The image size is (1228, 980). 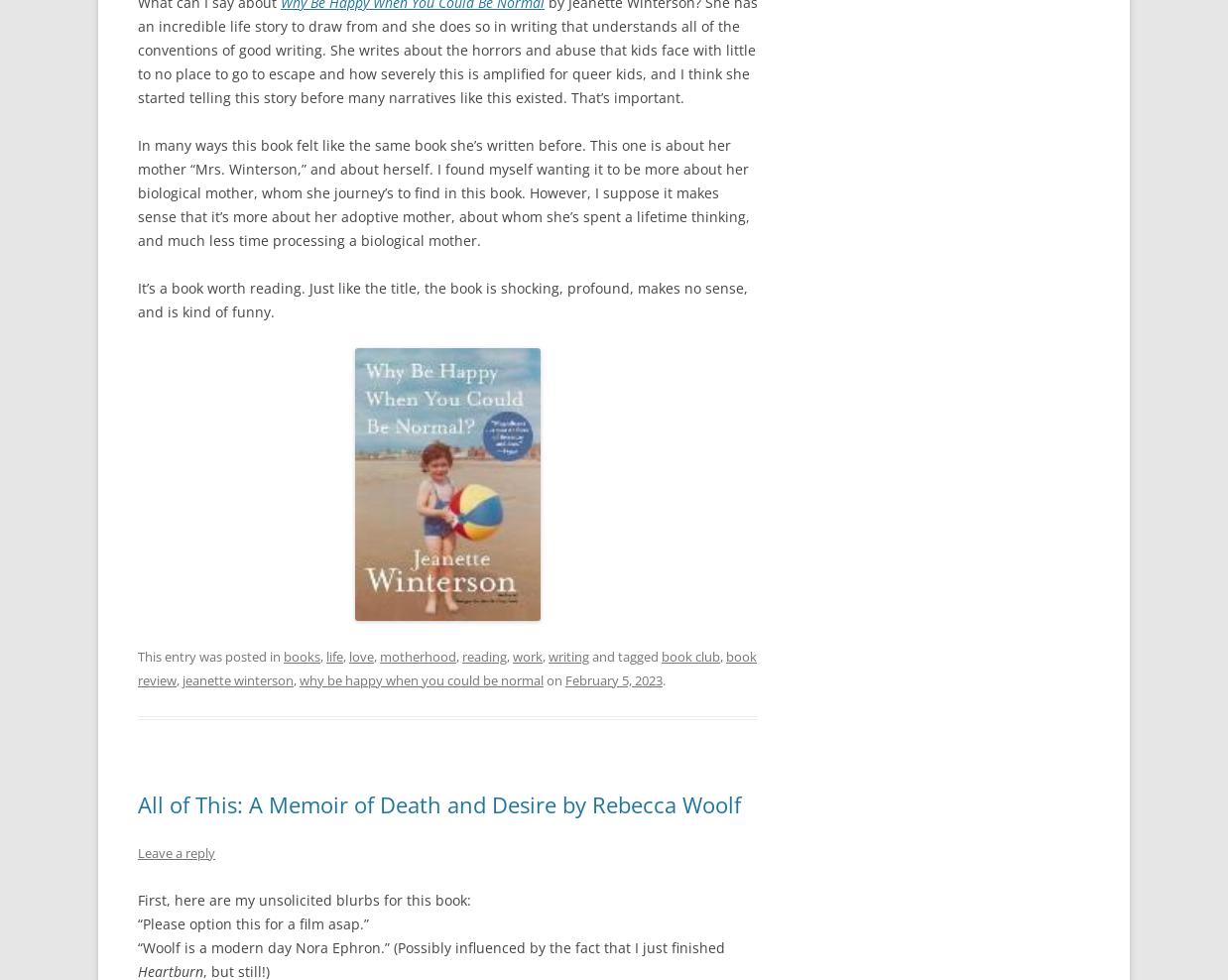 What do you see at coordinates (689, 654) in the screenshot?
I see `'book club'` at bounding box center [689, 654].